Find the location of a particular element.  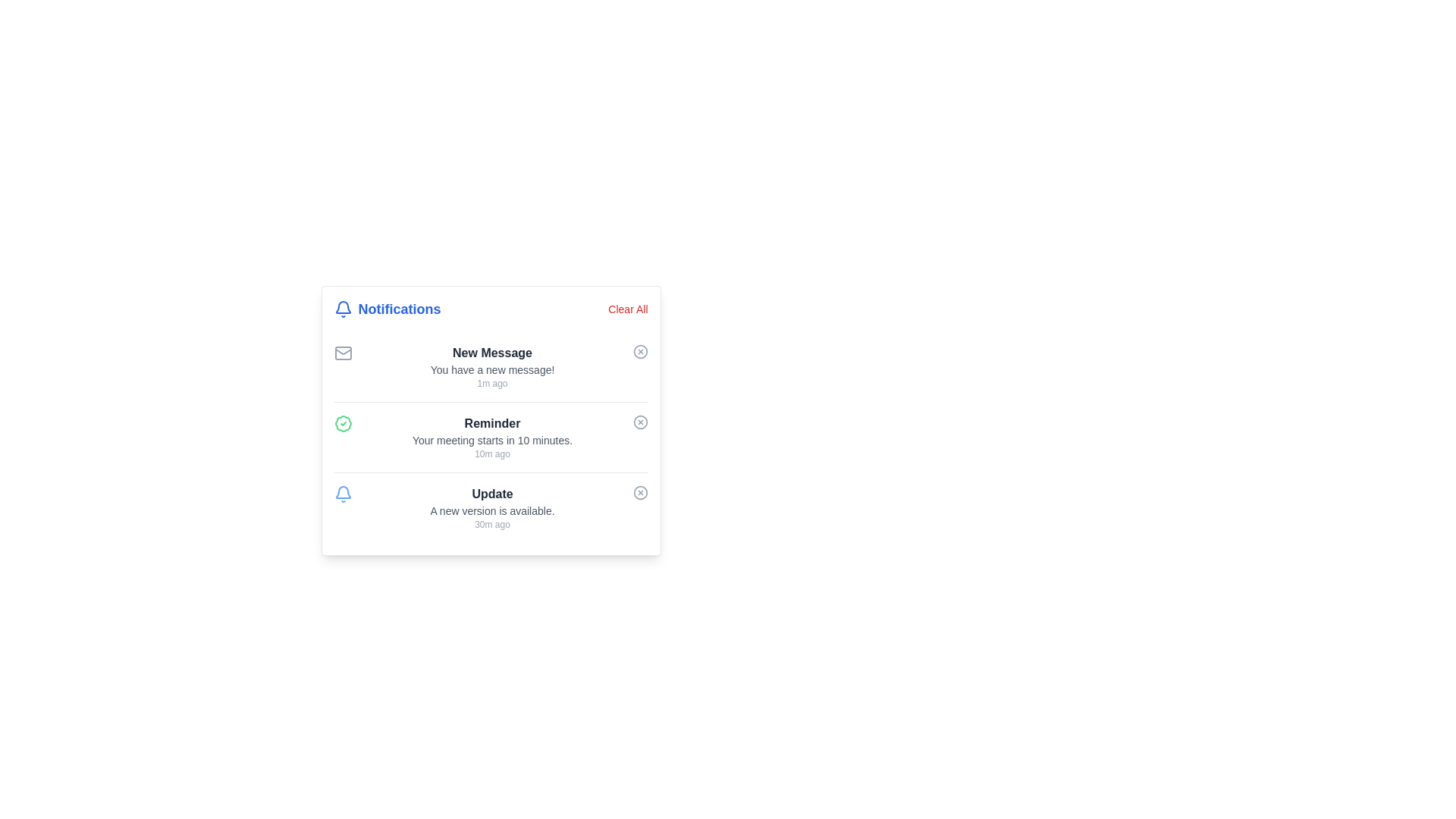

the notification display component that contains the text 'Reminder' in bold and the message 'Your meeting starts in 10 minutes.' is located at coordinates (492, 438).